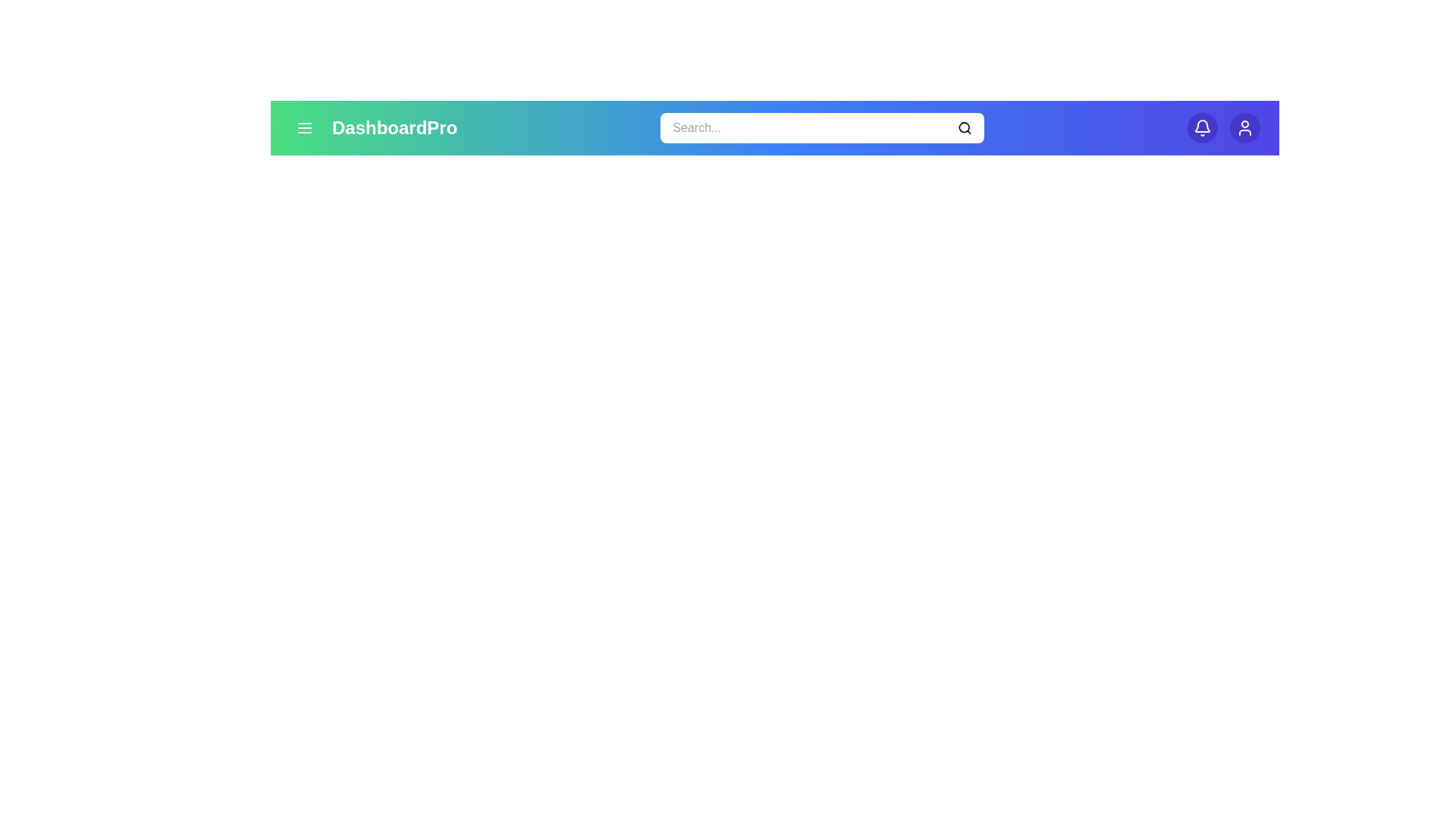 The height and width of the screenshot is (819, 1456). Describe the element at coordinates (1244, 127) in the screenshot. I see `the user profile icon to access user-related actions` at that location.